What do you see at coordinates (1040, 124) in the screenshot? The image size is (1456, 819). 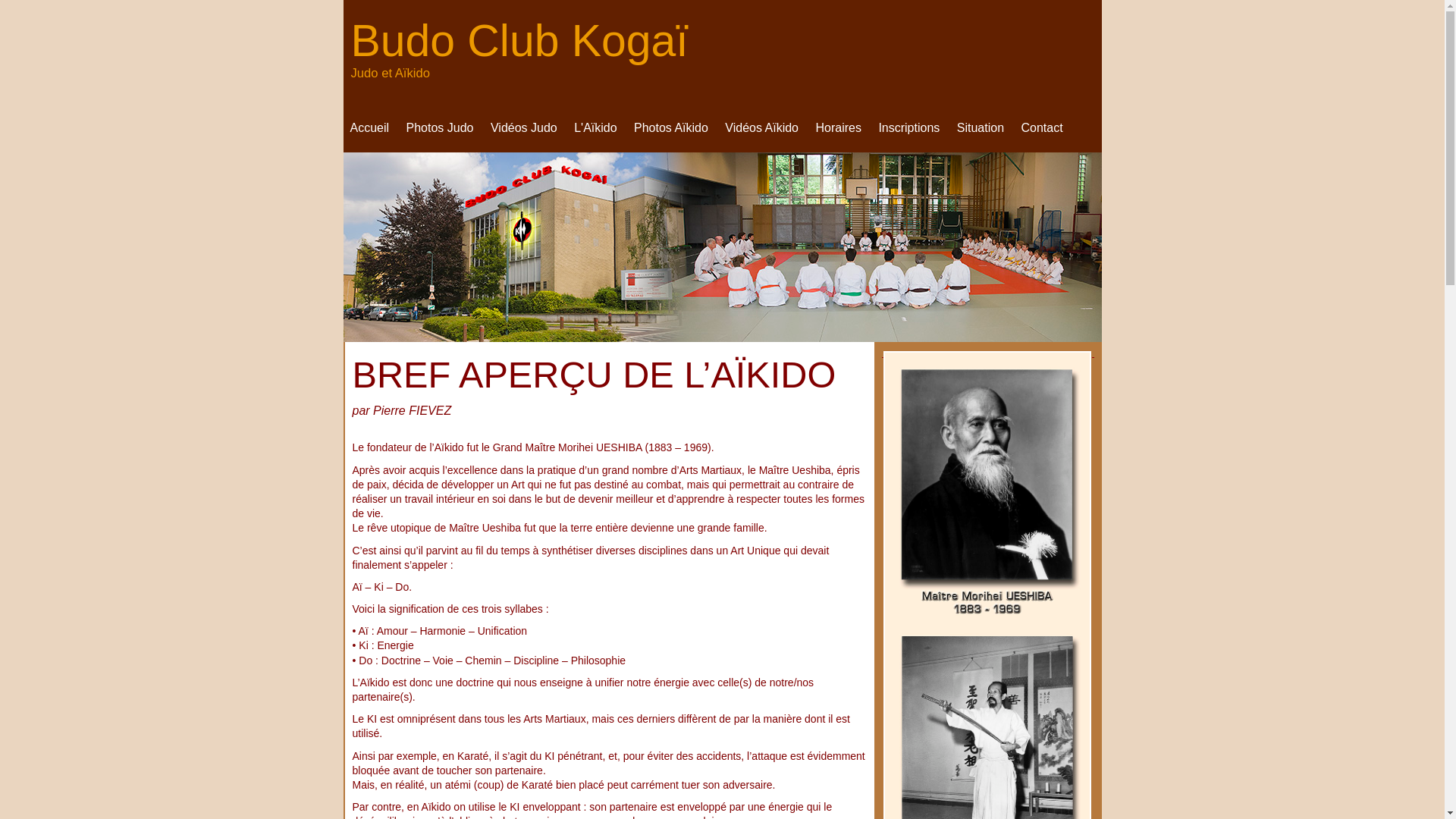 I see `'Contact'` at bounding box center [1040, 124].